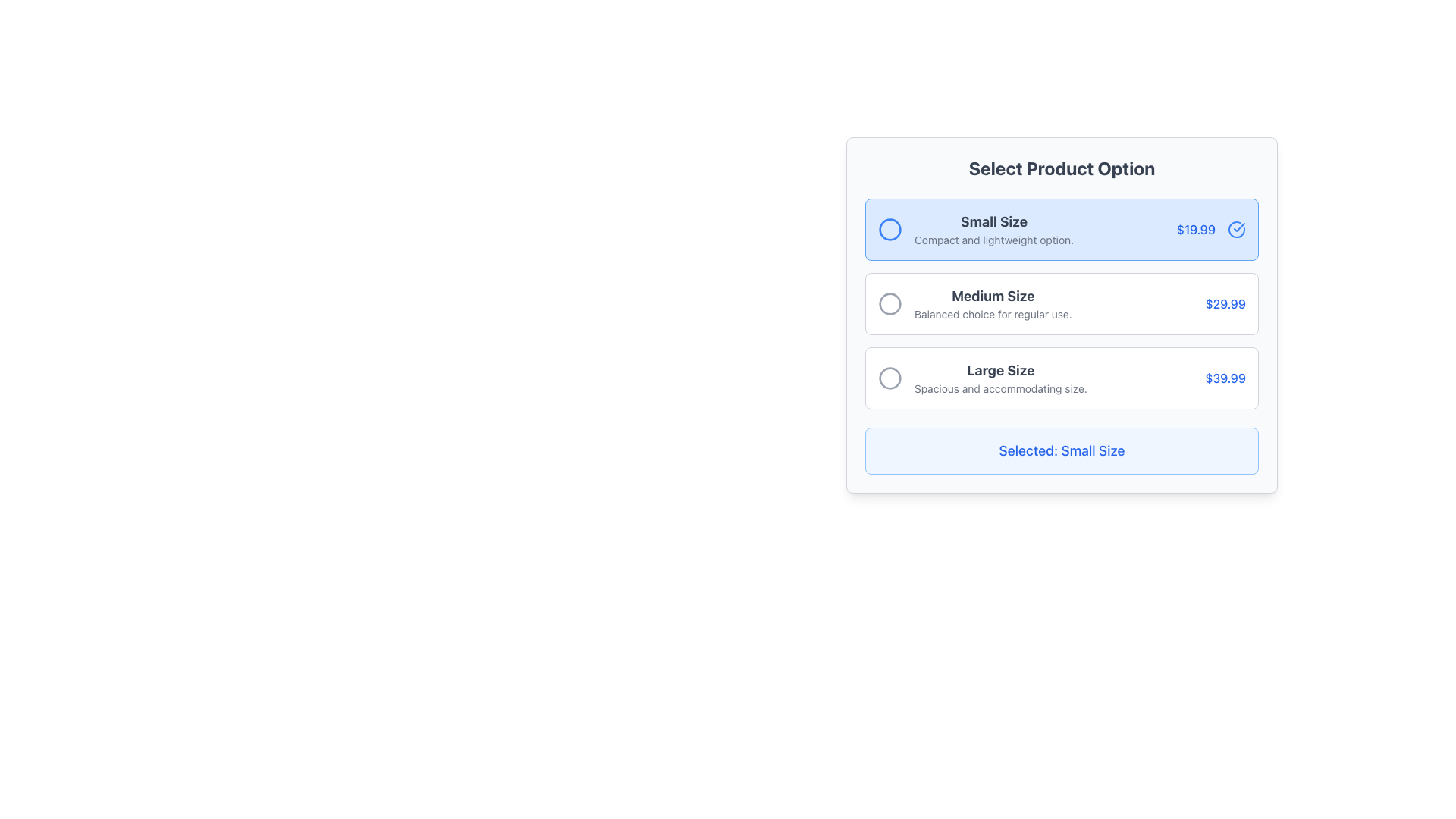 The height and width of the screenshot is (819, 1456). What do you see at coordinates (1237, 230) in the screenshot?
I see `the blue circular checkmark SVG icon located in the top-right corner of the 'Small Size Compact and lightweight option. $19.99' section, which is the last component in that section` at bounding box center [1237, 230].